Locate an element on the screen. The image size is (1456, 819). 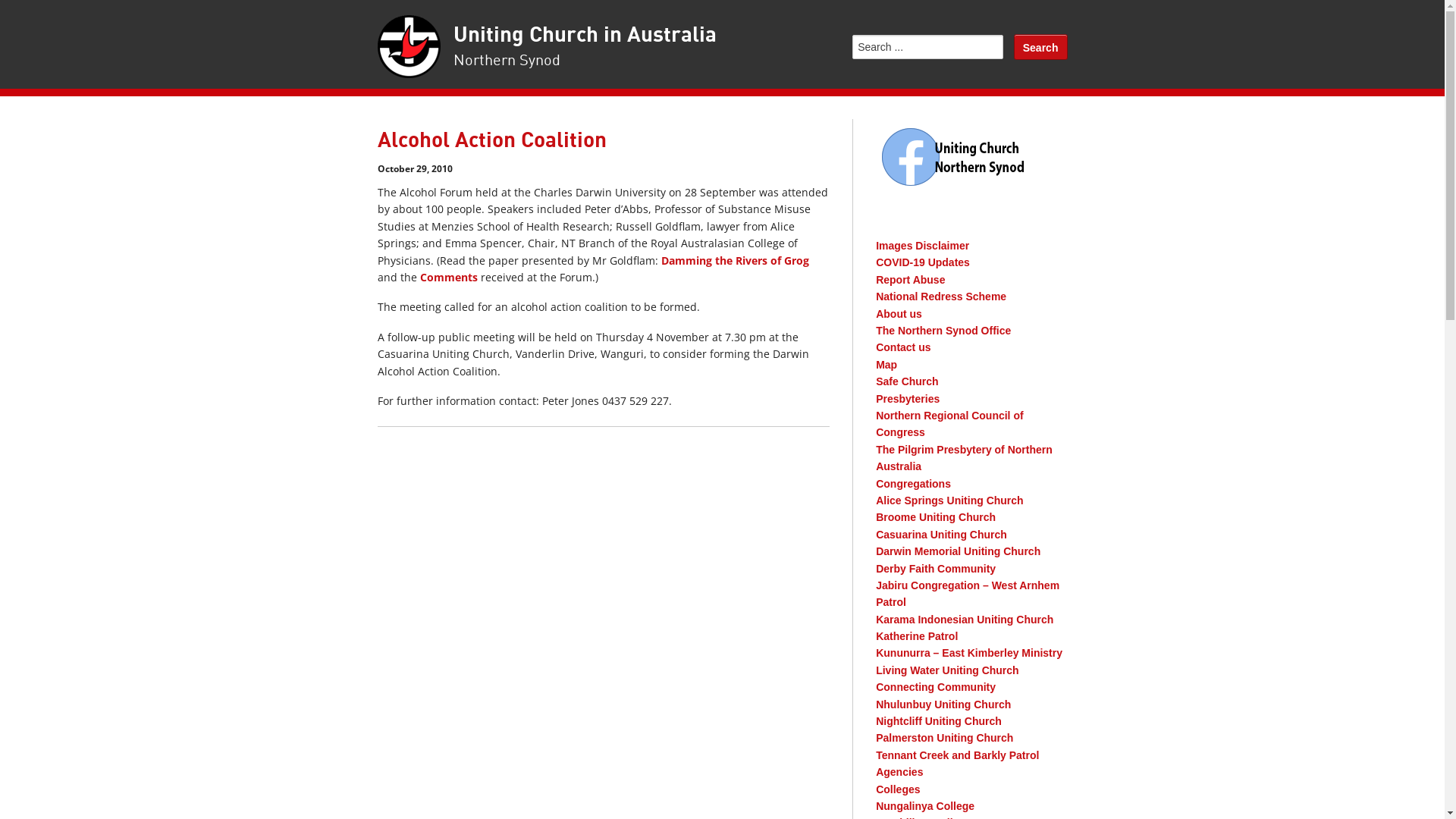
'Darwin Memorial Uniting Church' is located at coordinates (957, 551).